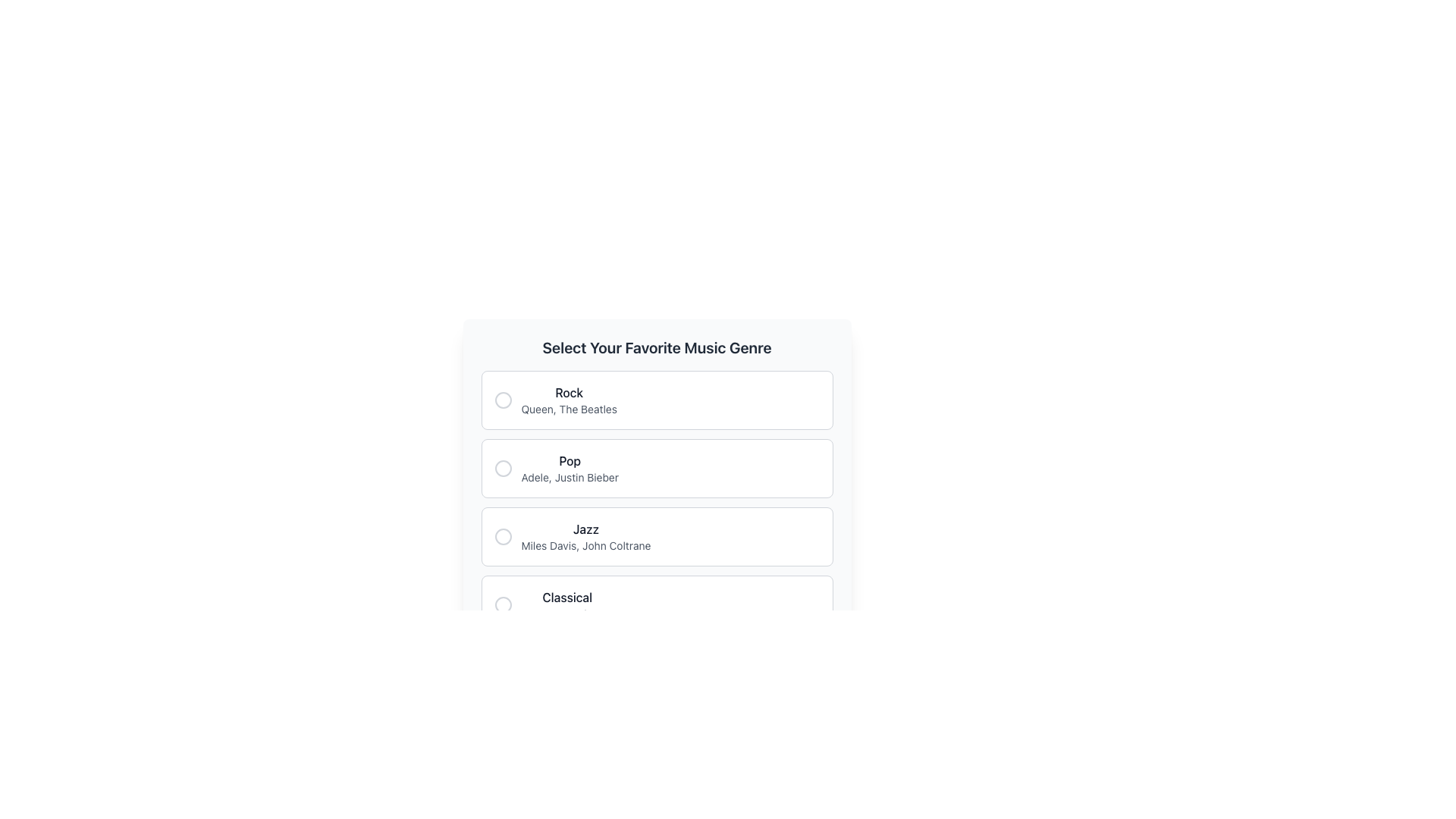 The width and height of the screenshot is (1456, 819). I want to click on the third radio button option for music genres in the selection menu, so click(585, 536).